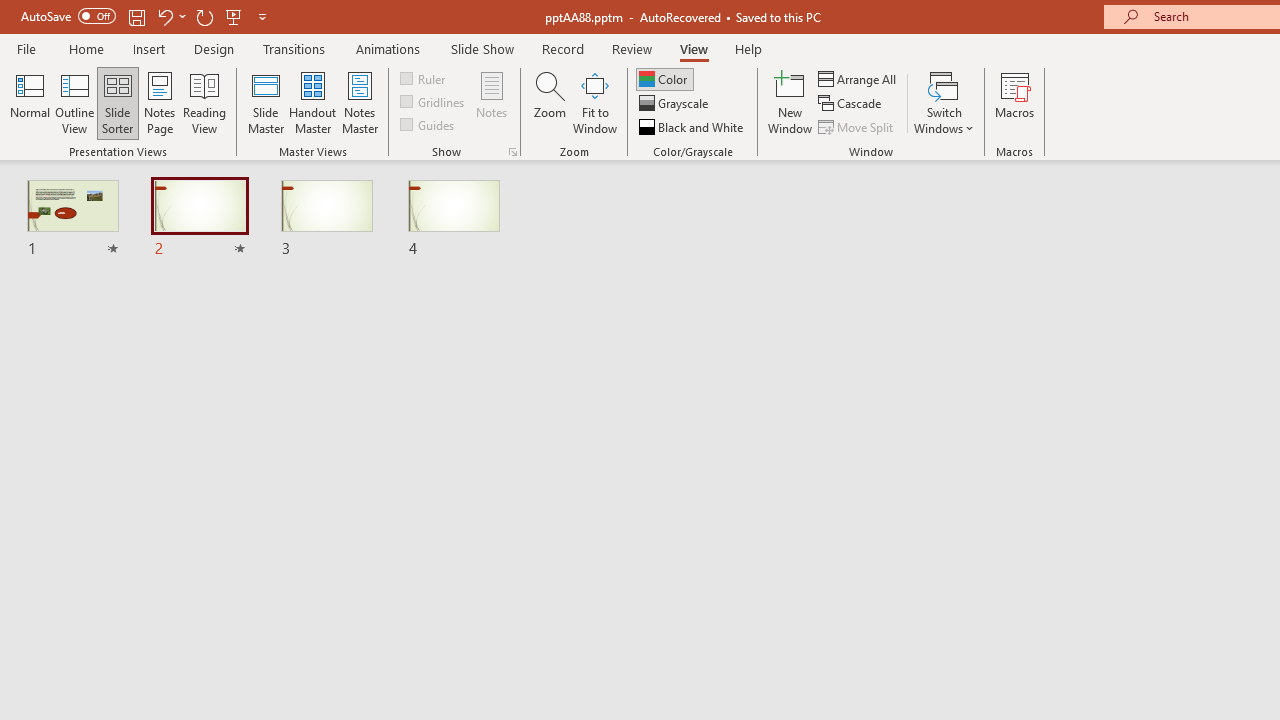 The width and height of the screenshot is (1280, 720). What do you see at coordinates (264, 103) in the screenshot?
I see `'Slide Master'` at bounding box center [264, 103].